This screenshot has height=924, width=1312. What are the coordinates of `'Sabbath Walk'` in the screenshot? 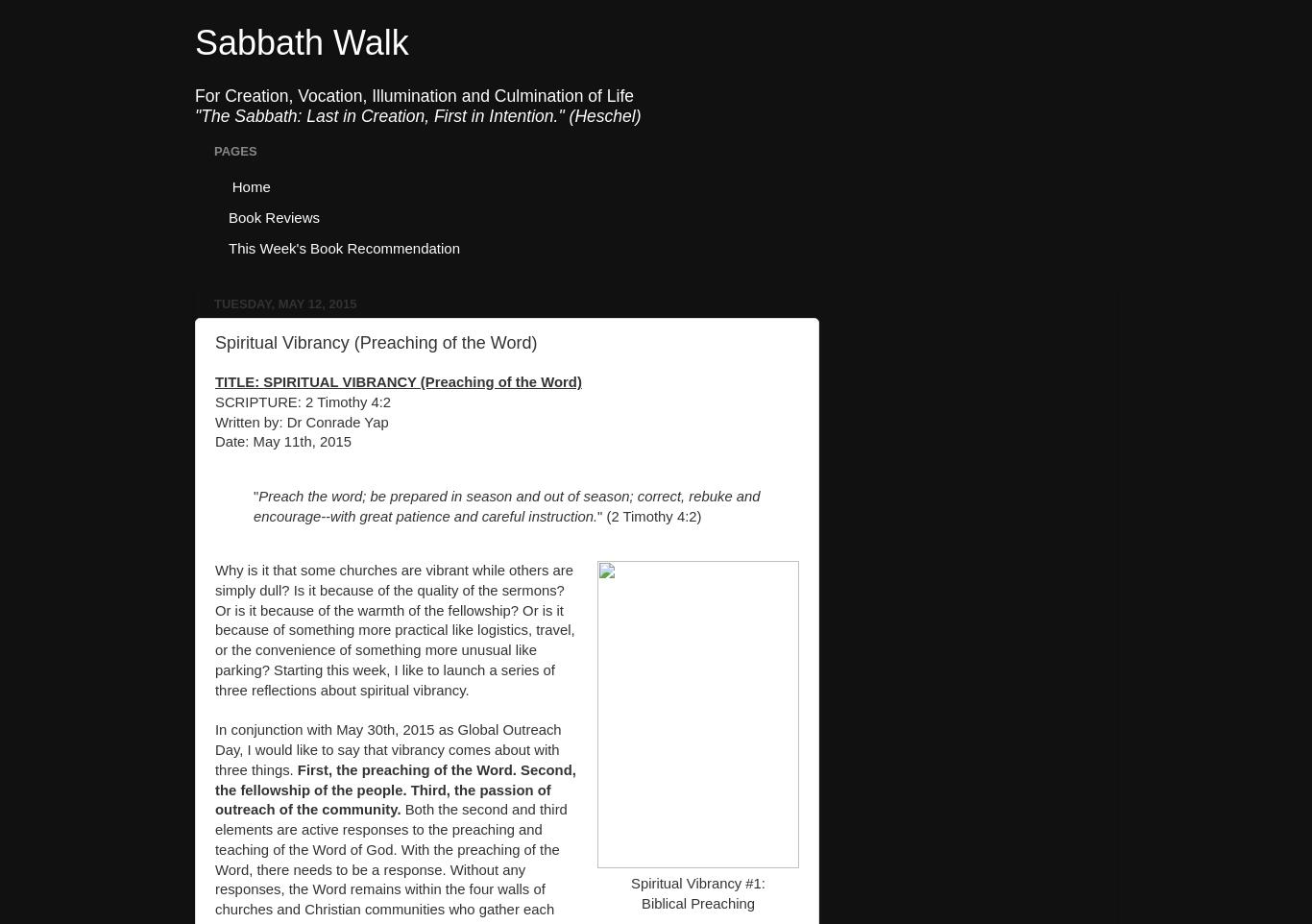 It's located at (302, 41).